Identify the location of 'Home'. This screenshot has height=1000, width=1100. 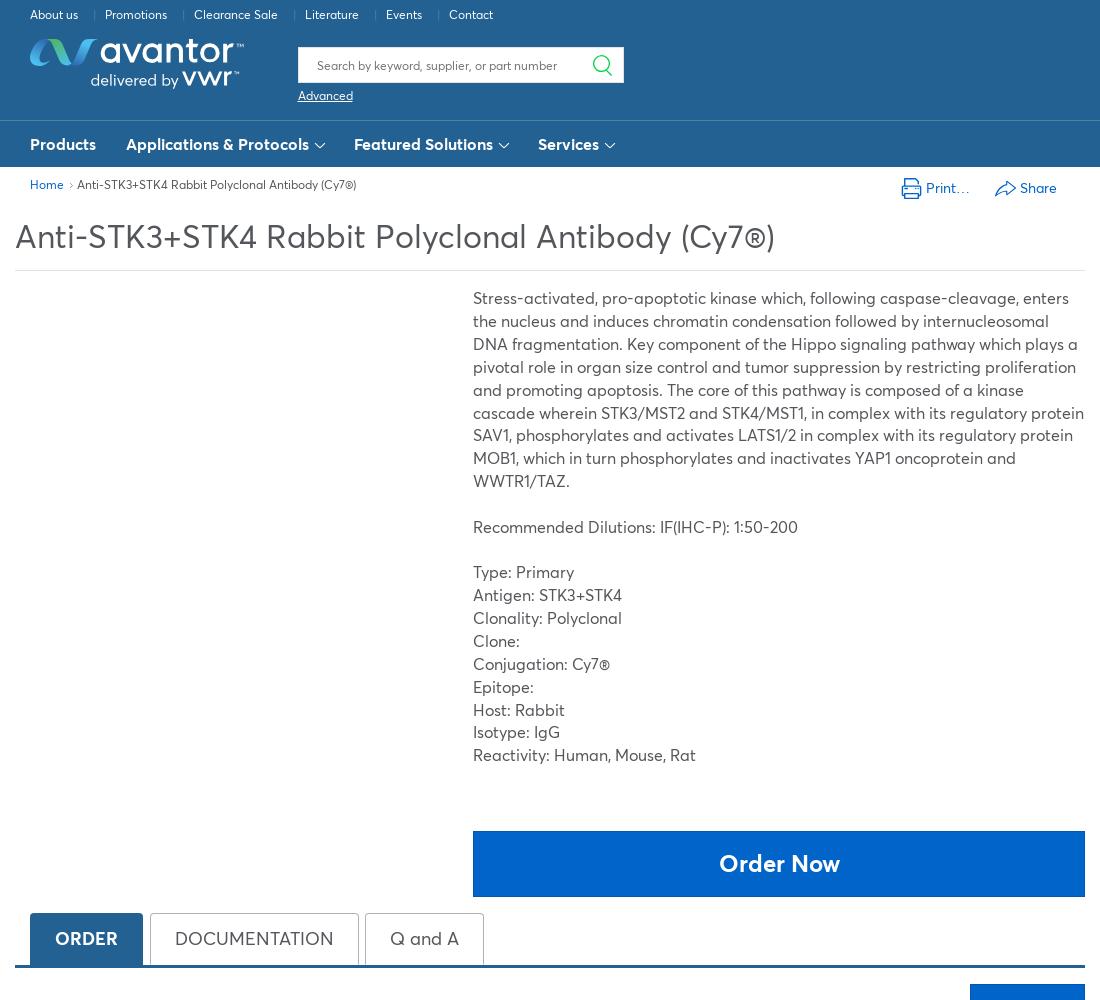
(45, 184).